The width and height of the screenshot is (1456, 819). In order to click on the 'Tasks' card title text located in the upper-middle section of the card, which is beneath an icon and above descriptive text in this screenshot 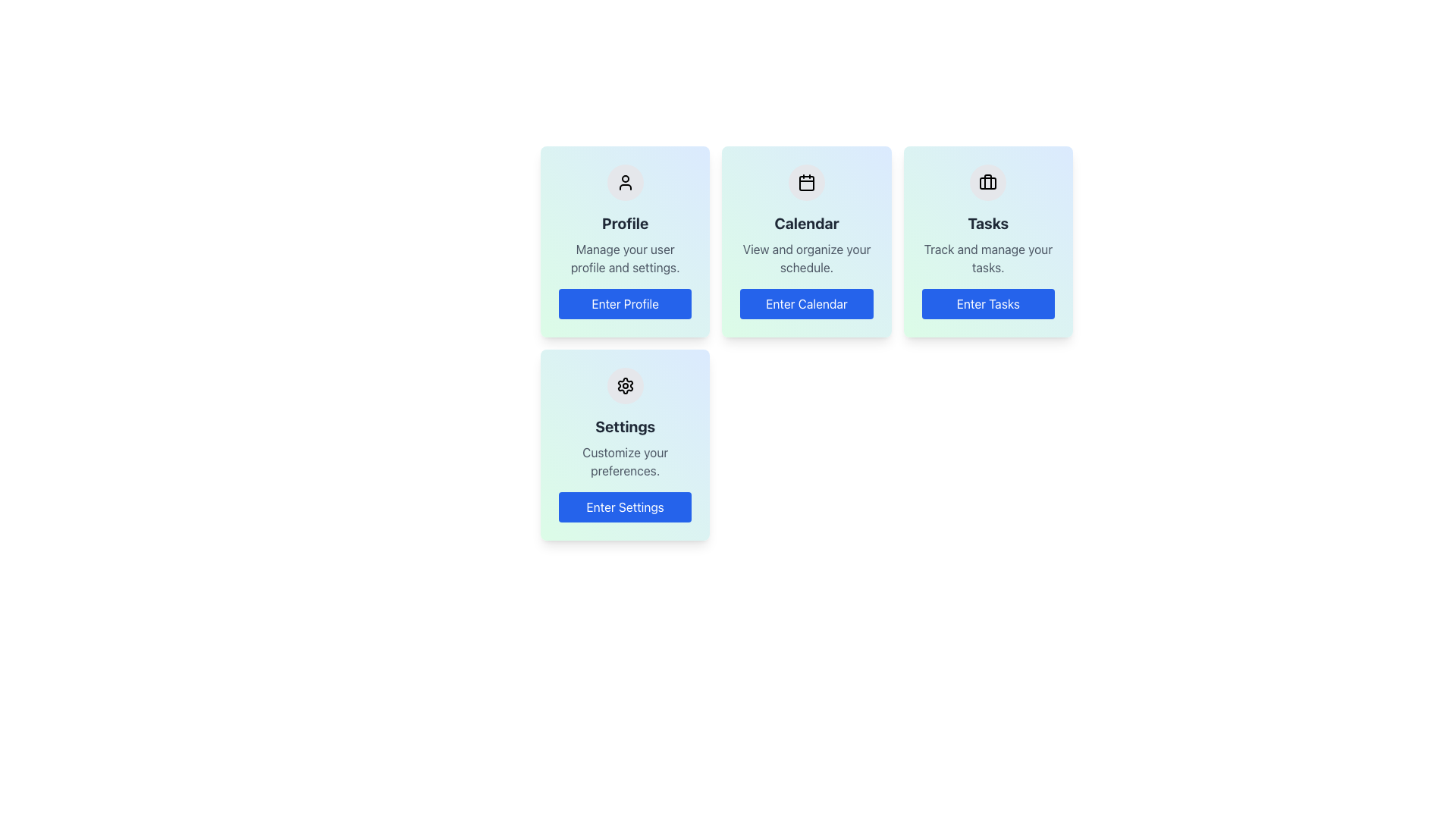, I will do `click(988, 223)`.